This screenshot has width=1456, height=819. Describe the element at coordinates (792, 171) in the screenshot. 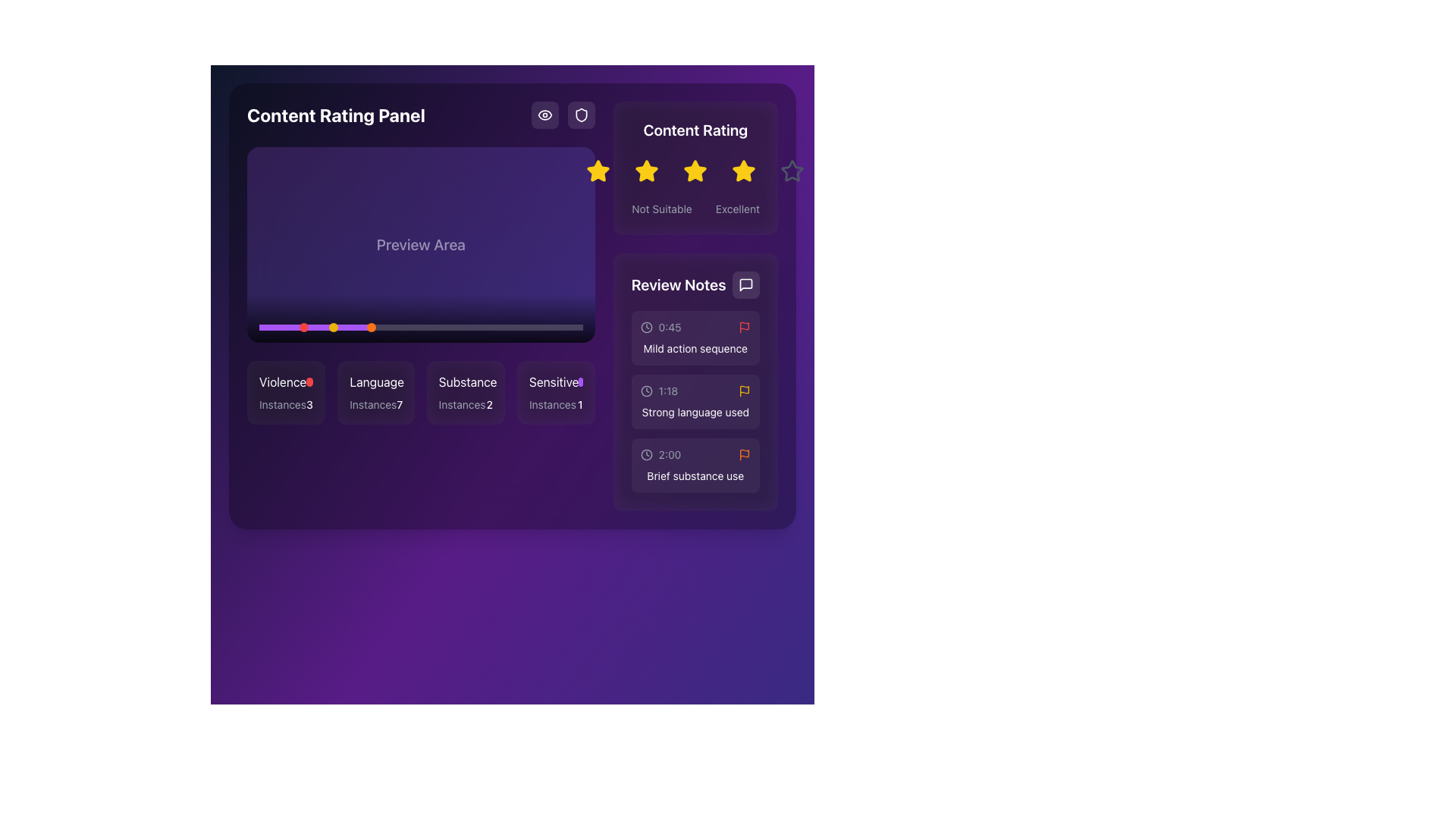

I see `on the fifth star-shaped icon with a grey outline in the 'Content Rating' section, located on a dark purple background` at that location.